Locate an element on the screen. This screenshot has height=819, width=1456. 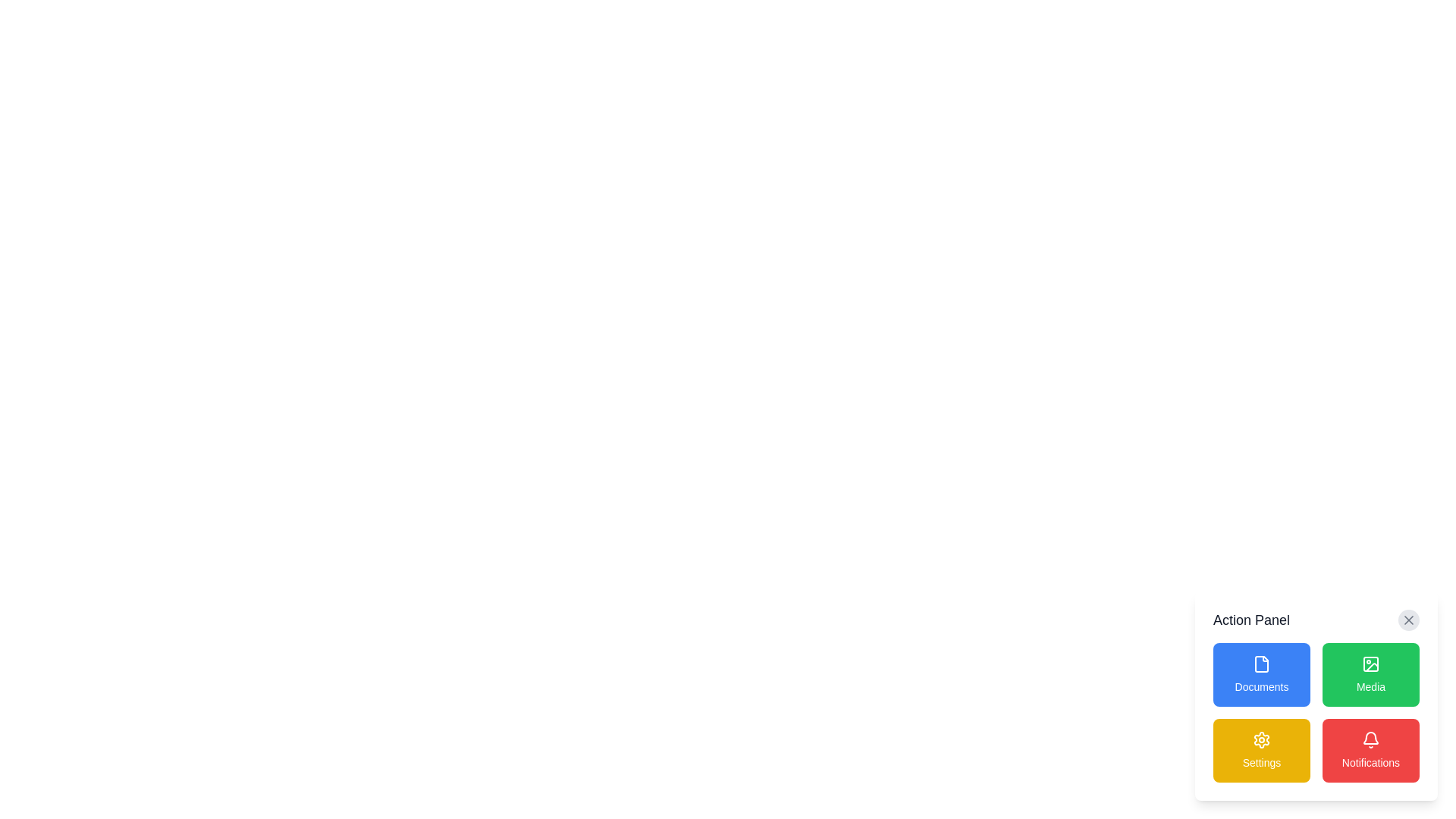
the button located at the bottom-right corner of the 'Action Panel' is located at coordinates (1371, 751).